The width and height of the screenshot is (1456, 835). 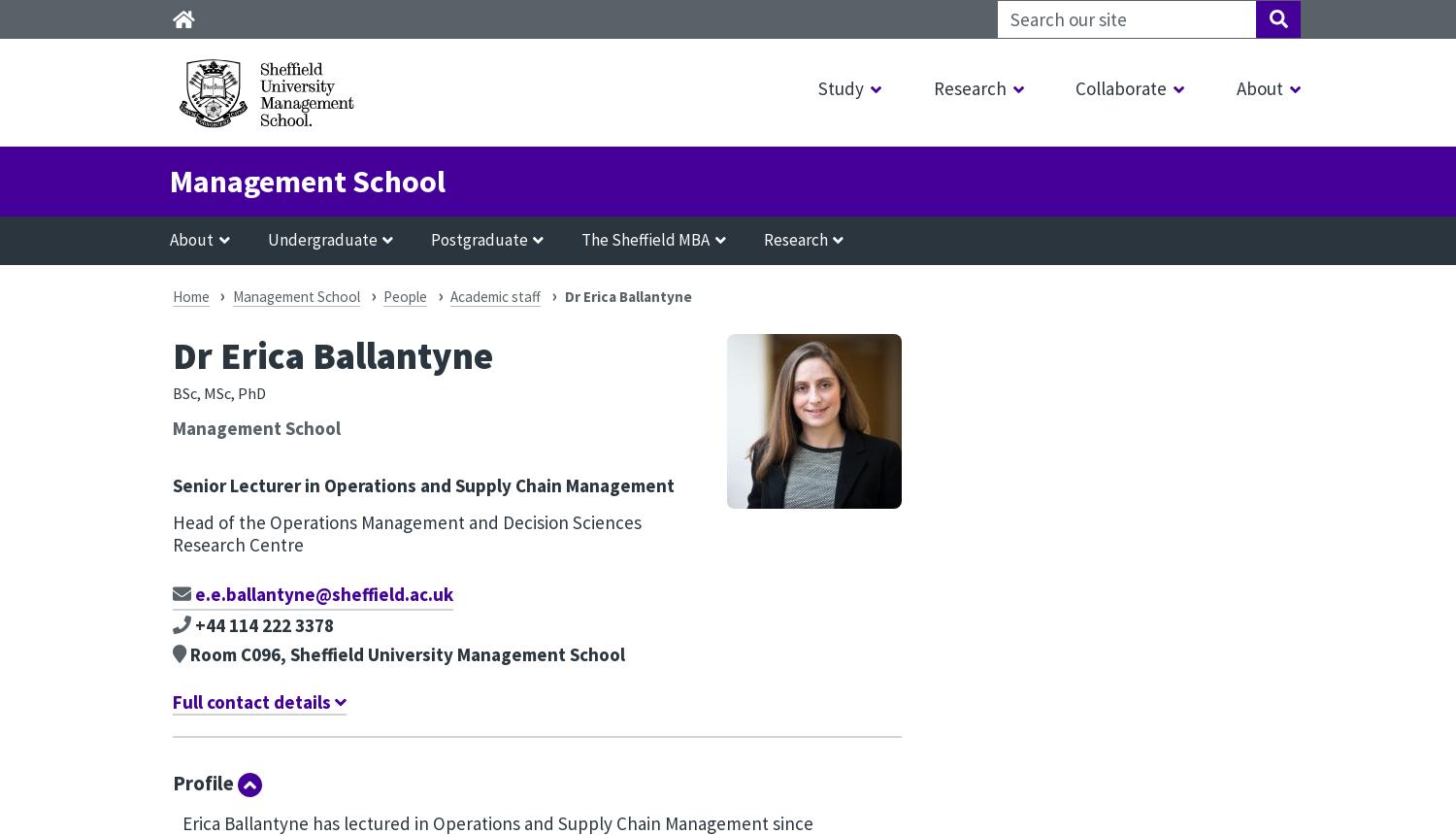 I want to click on 'Study', so click(x=840, y=86).